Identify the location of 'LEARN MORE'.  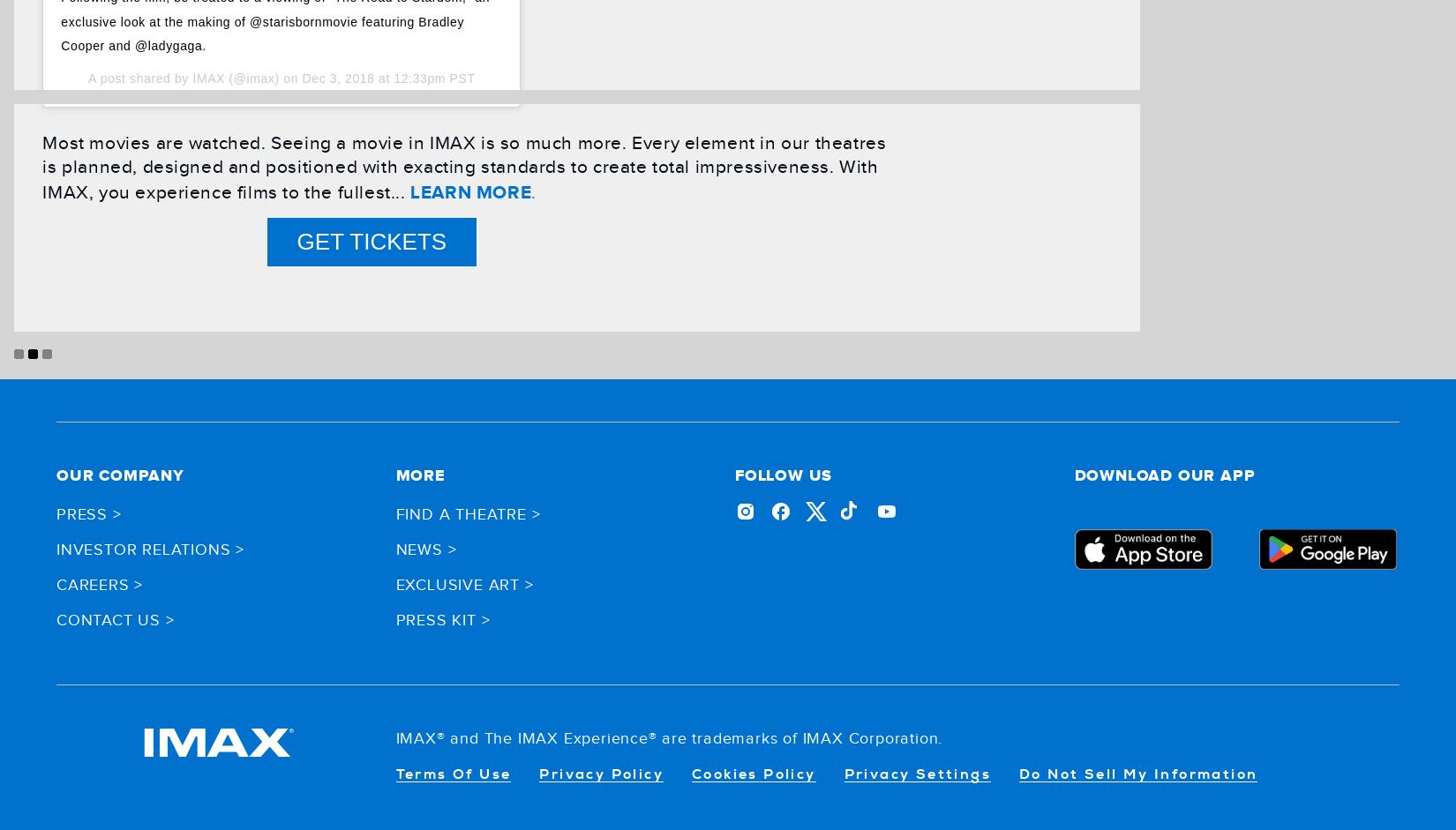
(469, 191).